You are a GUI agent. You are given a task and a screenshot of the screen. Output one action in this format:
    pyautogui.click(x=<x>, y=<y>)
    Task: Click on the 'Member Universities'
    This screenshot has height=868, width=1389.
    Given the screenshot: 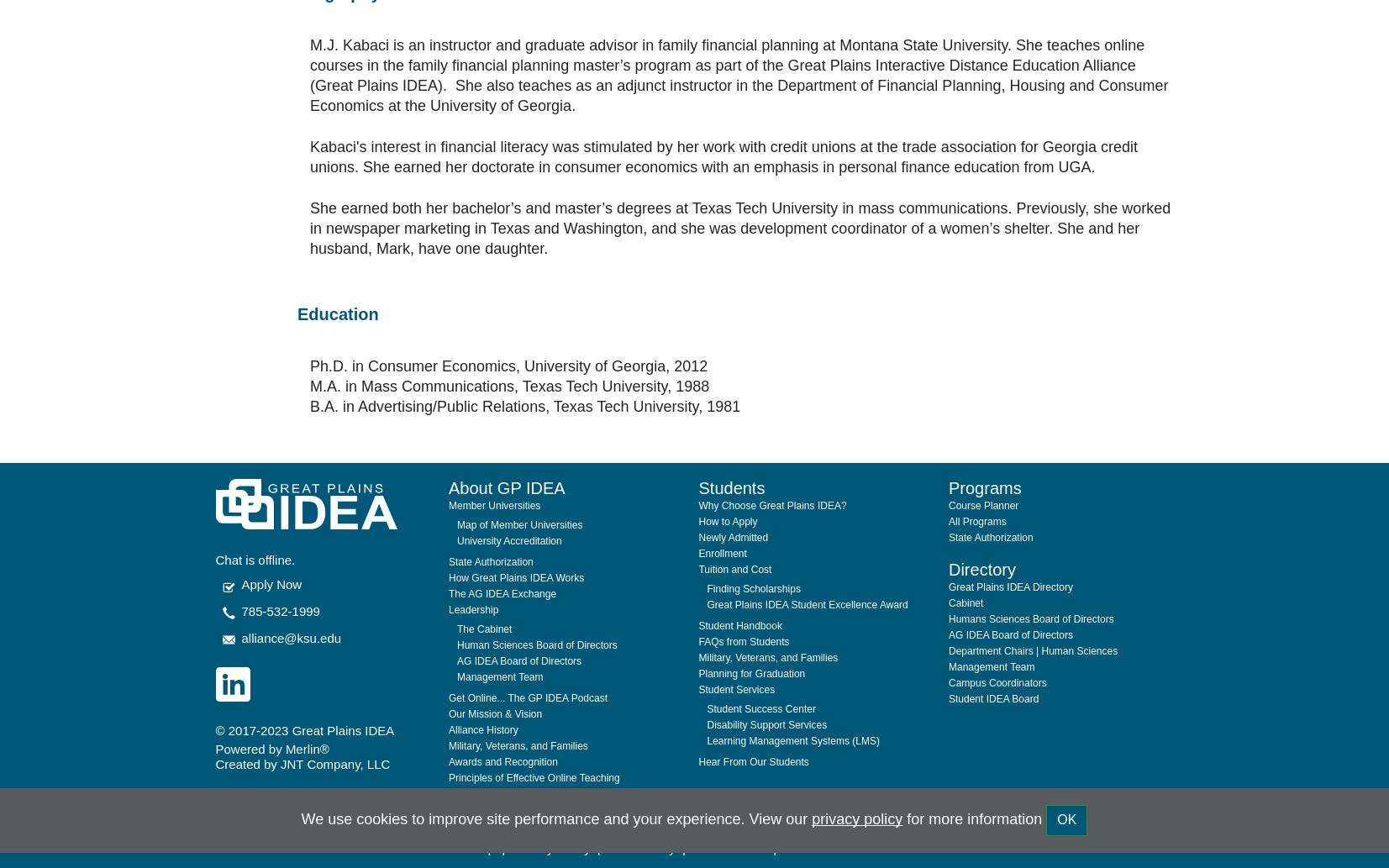 What is the action you would take?
    pyautogui.click(x=493, y=463)
    